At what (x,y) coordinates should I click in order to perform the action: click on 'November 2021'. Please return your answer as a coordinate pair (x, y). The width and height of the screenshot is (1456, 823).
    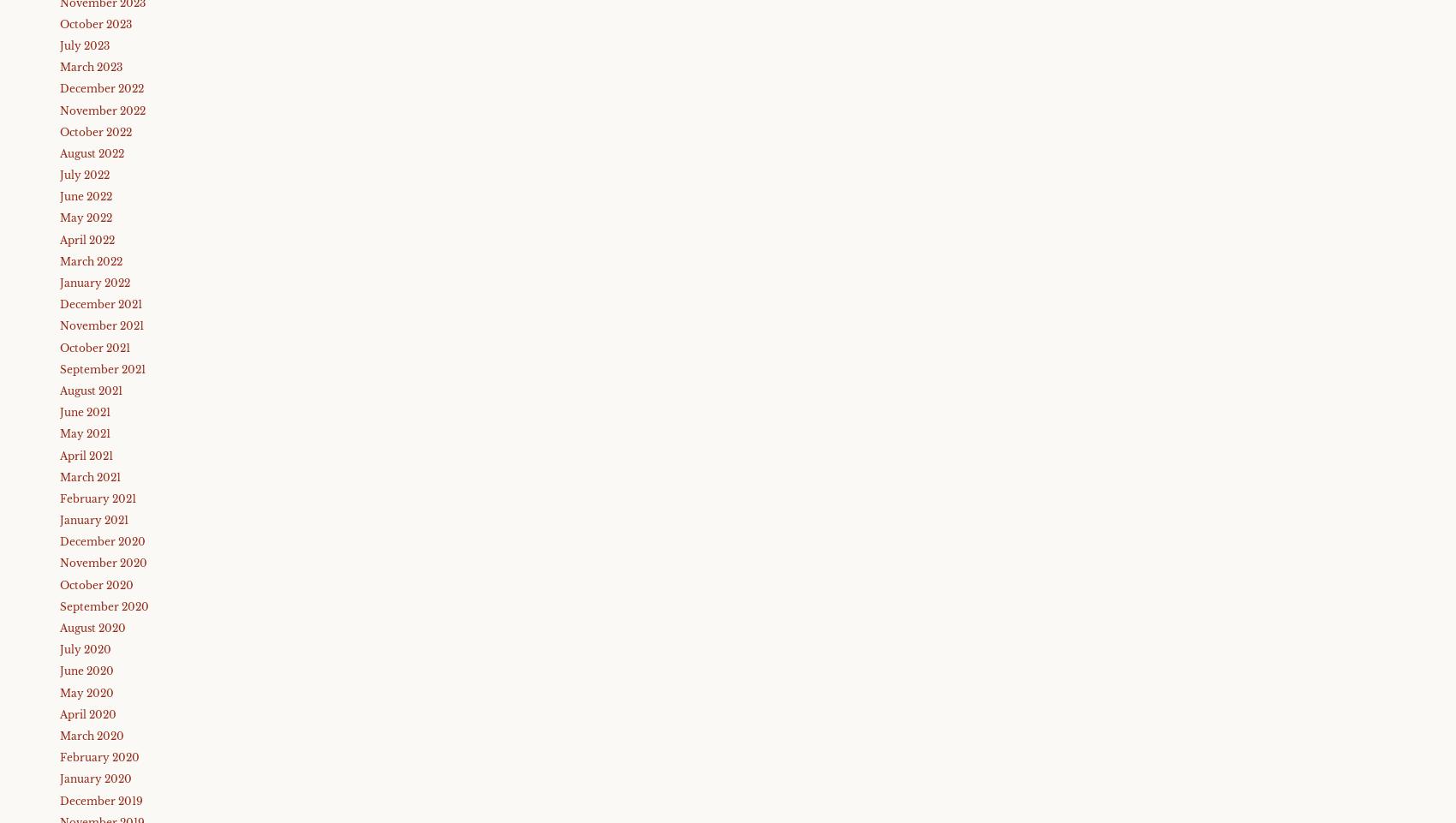
    Looking at the image, I should click on (101, 325).